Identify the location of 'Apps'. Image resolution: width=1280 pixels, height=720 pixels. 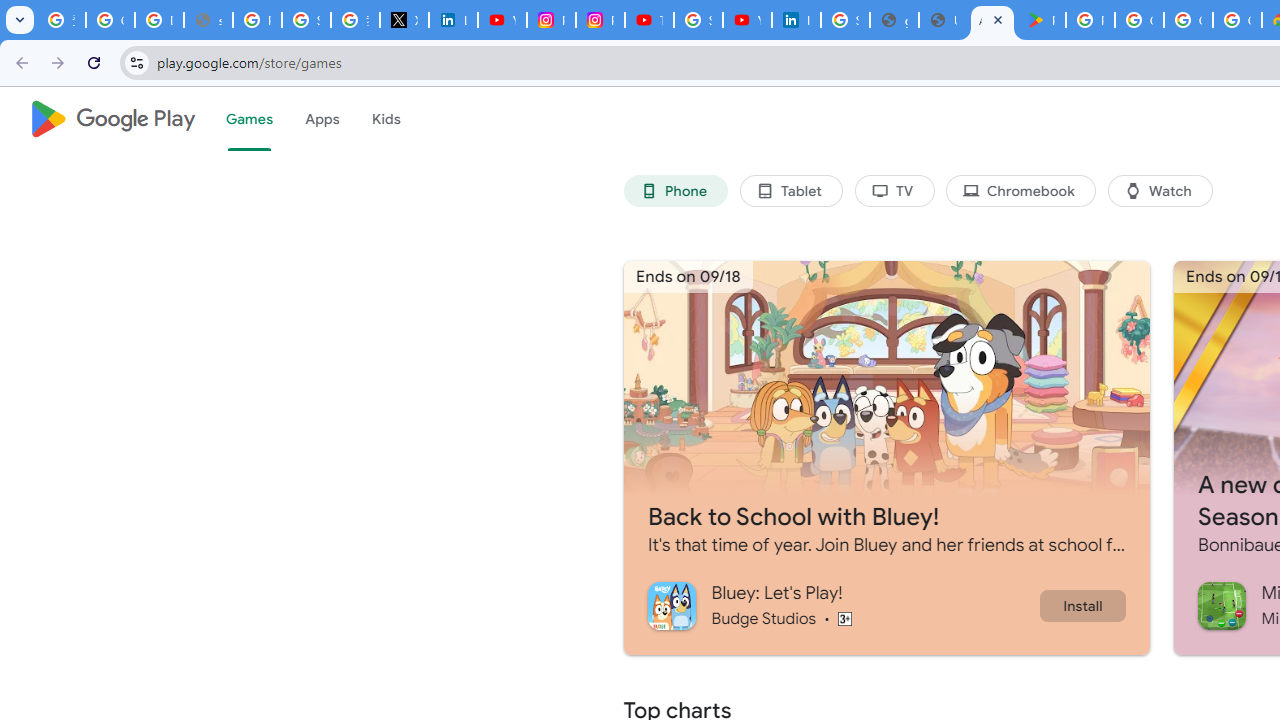
(321, 119).